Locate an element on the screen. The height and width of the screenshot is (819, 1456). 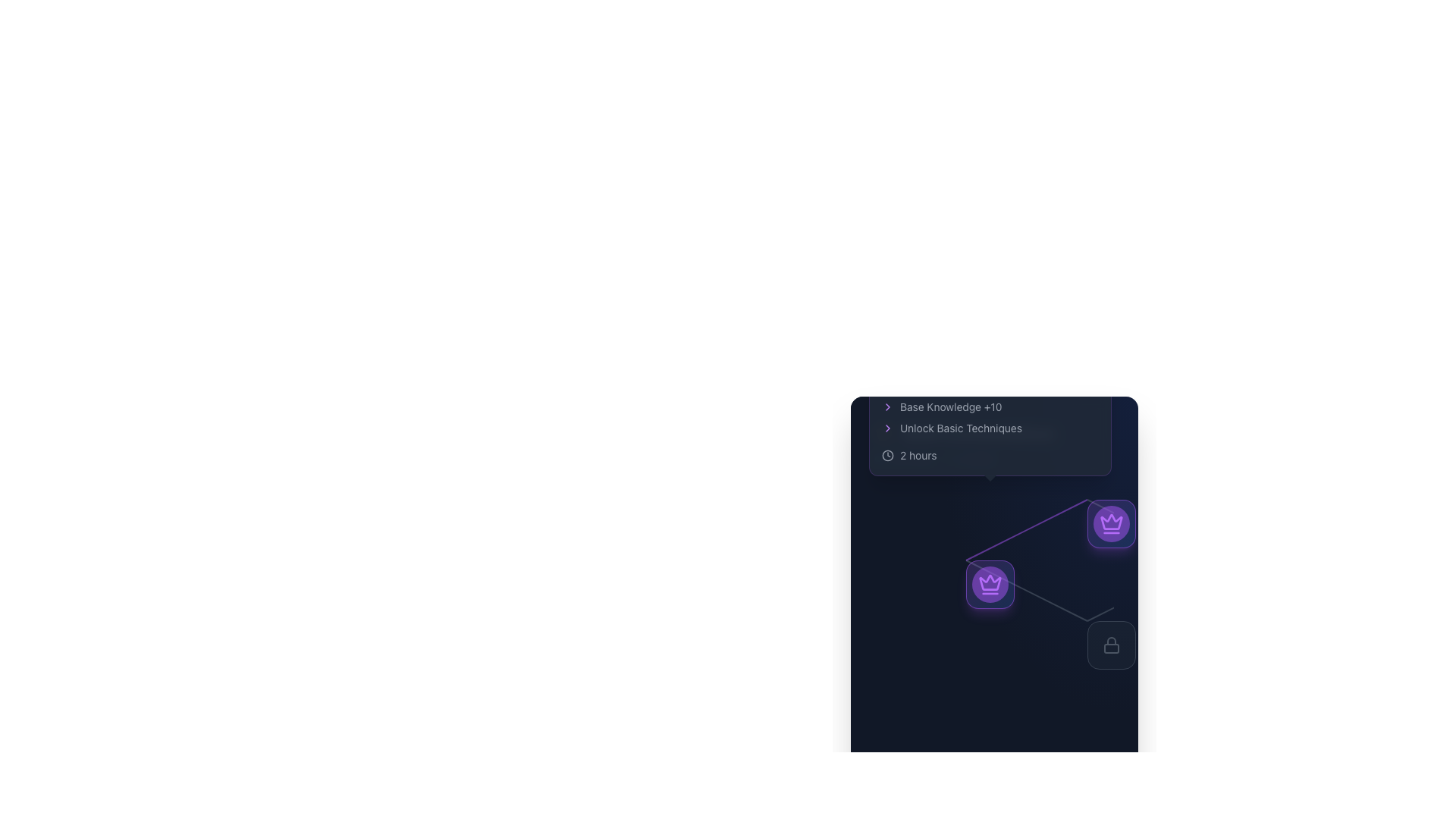
the rounded rectangular icon with a gradient background and a white crown symbol is located at coordinates (1111, 522).